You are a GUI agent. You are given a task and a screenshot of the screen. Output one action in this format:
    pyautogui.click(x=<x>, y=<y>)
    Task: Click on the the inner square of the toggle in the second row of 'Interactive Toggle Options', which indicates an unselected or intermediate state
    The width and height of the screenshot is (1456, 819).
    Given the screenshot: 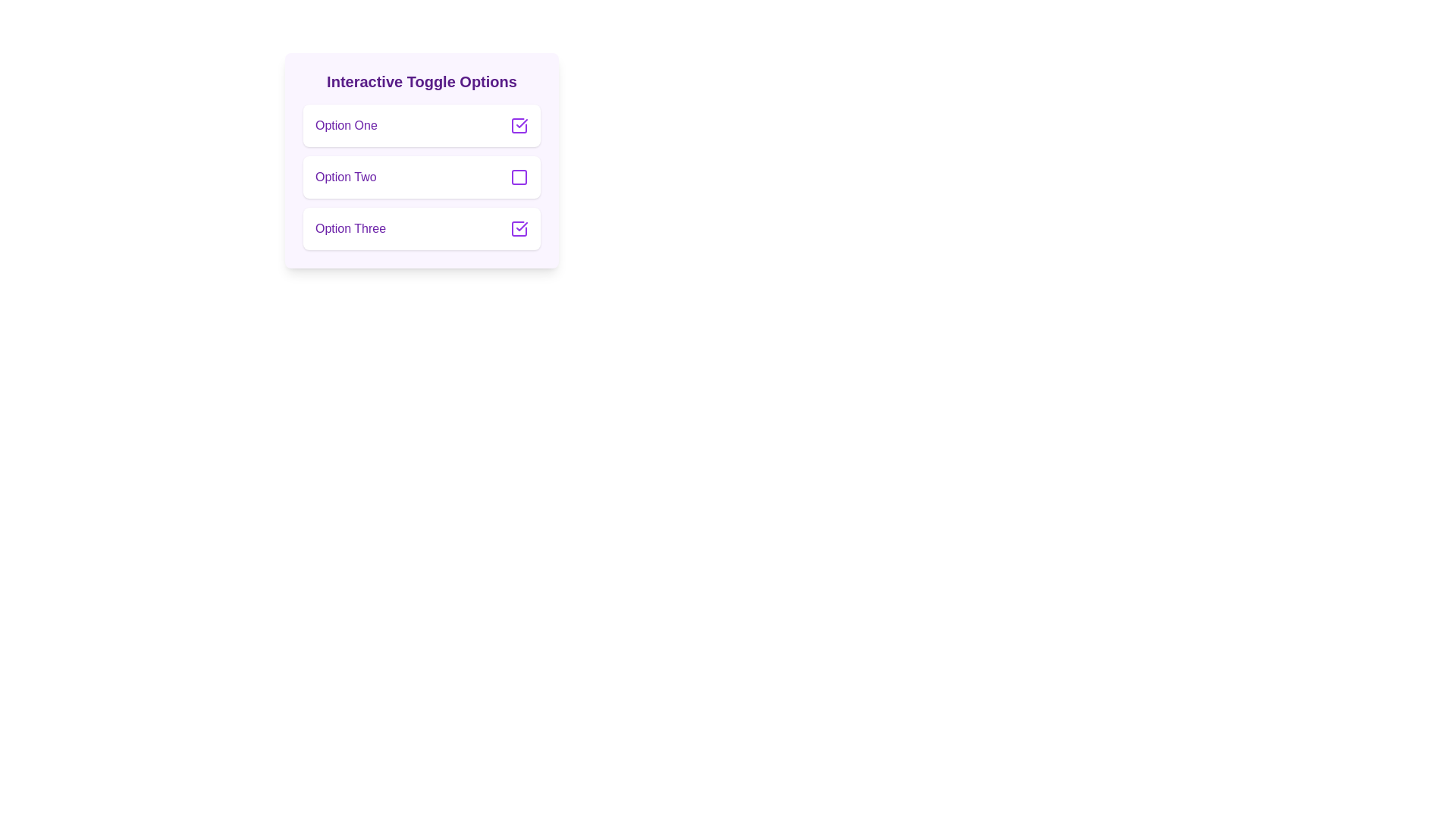 What is the action you would take?
    pyautogui.click(x=519, y=177)
    